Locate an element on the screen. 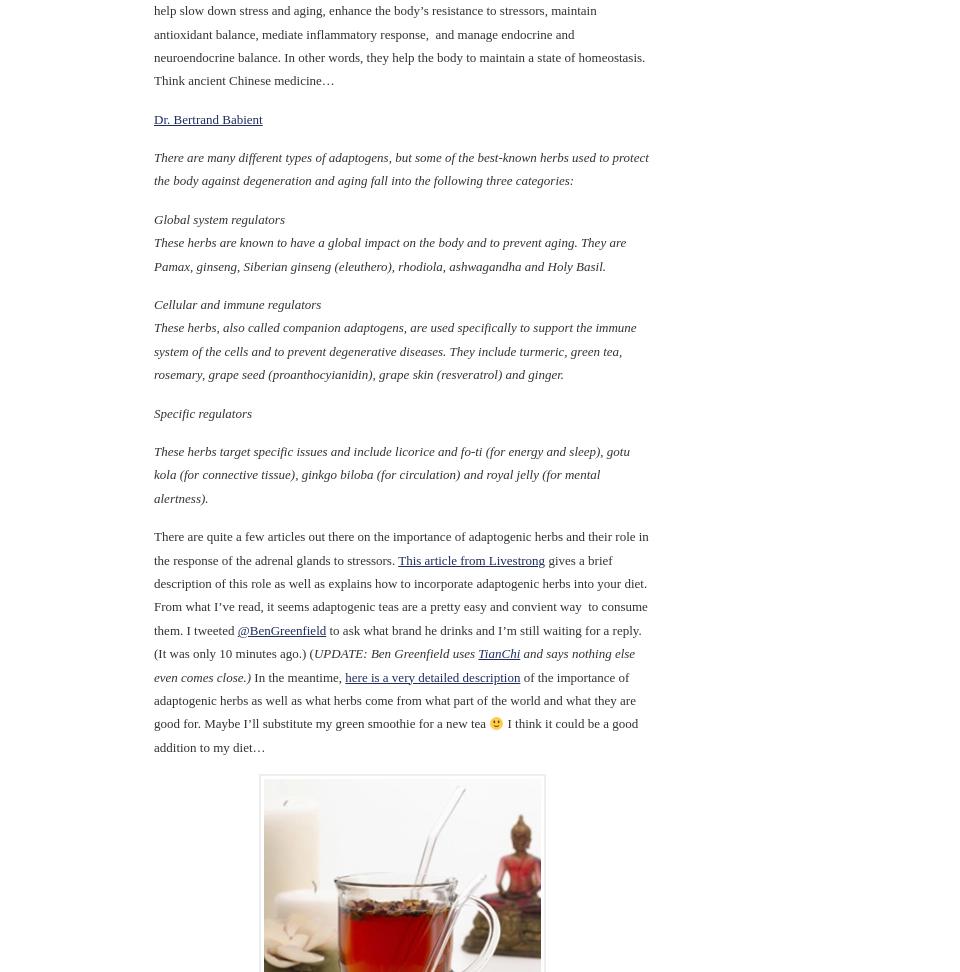 This screenshot has height=972, width=960. 'There are many different types of adaptogens, but some of the best-known herbs used to protect the body against degeneration and aging fall into the following three categories:' is located at coordinates (399, 169).